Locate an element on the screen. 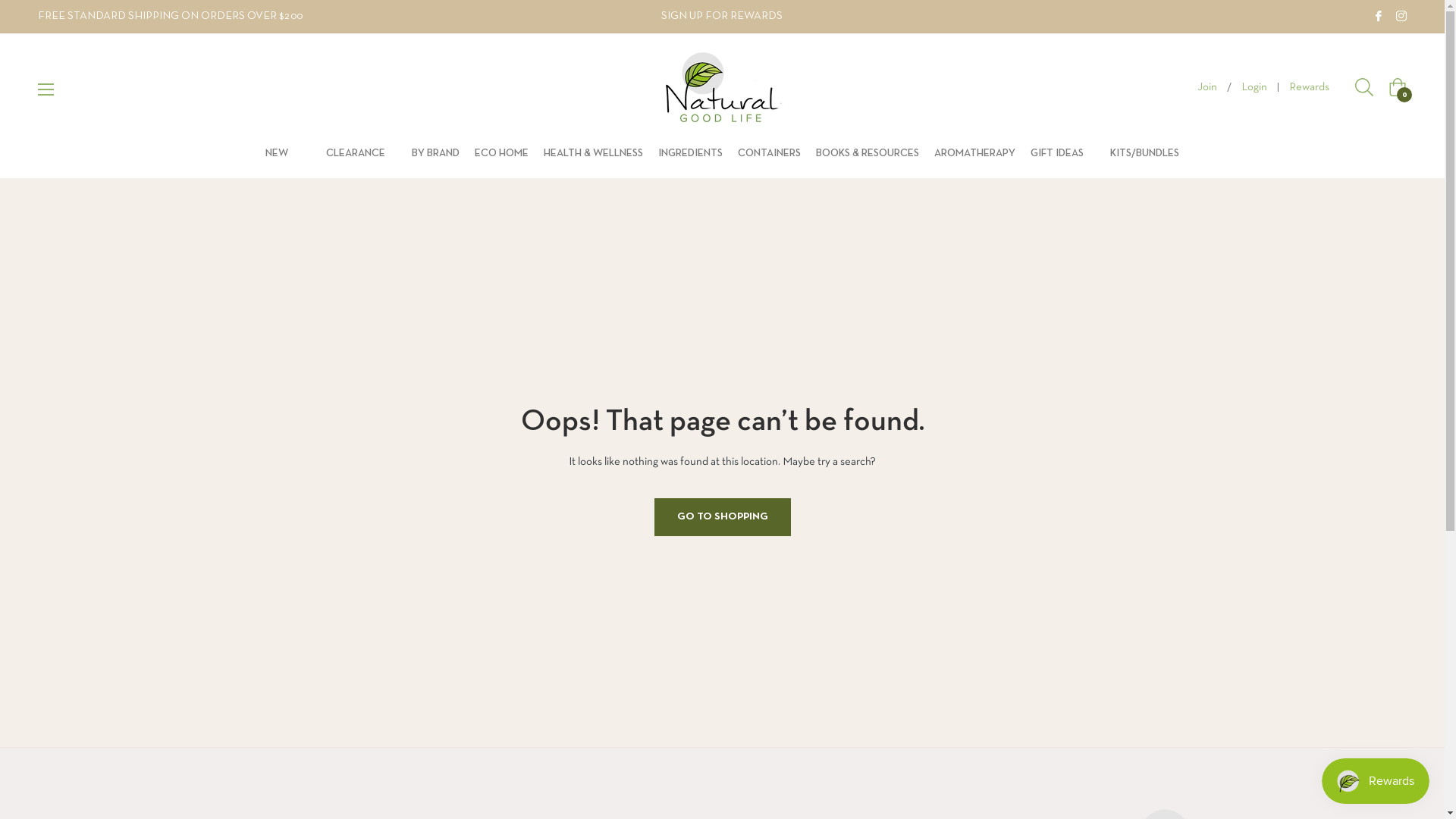 The width and height of the screenshot is (1456, 819). 'Natural Good Life on Facebook' is located at coordinates (1379, 15).